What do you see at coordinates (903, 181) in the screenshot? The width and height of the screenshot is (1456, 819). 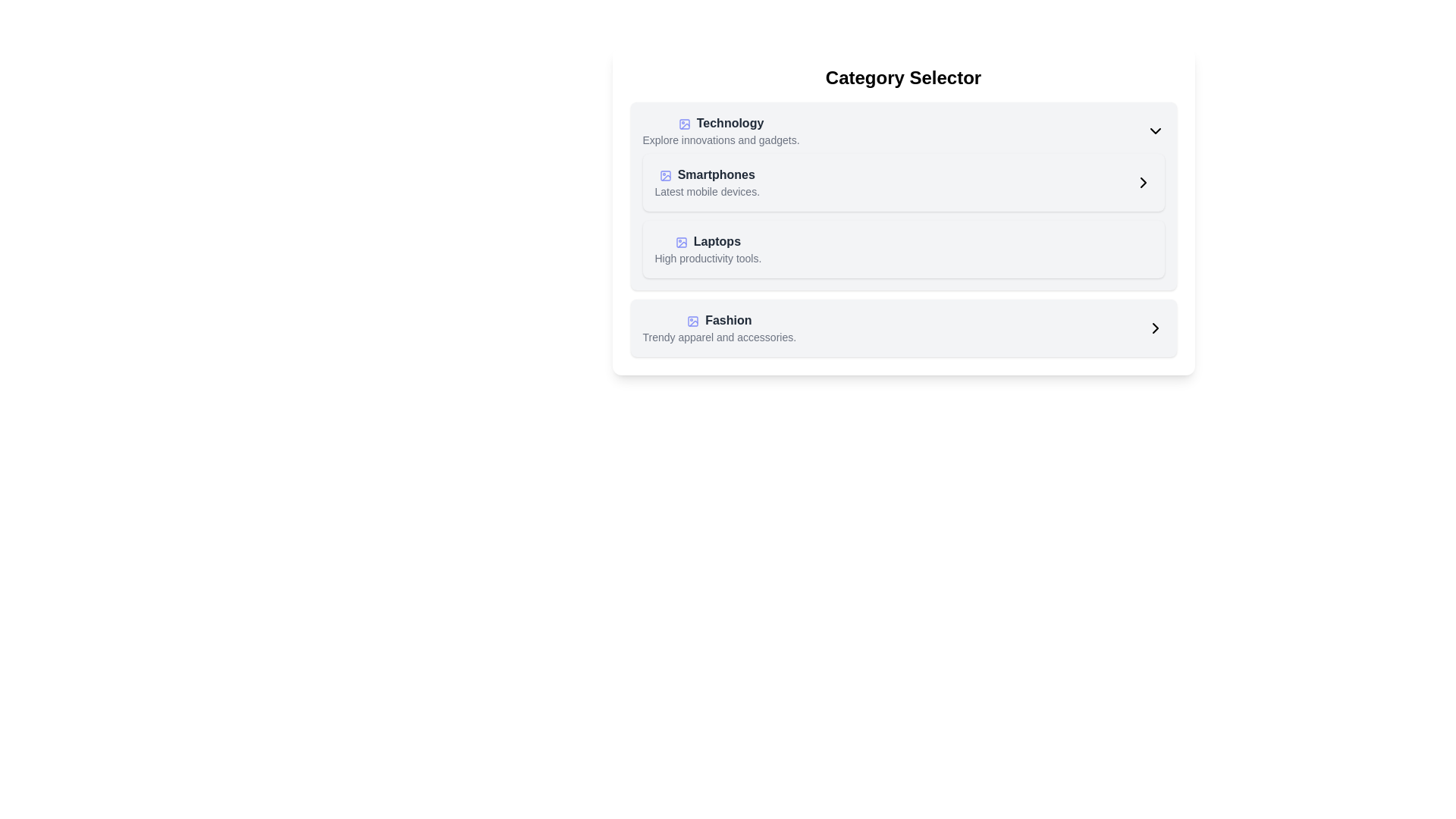 I see `the navigable list item titled 'Smartphones' with the description 'Latest mobile devices'` at bounding box center [903, 181].